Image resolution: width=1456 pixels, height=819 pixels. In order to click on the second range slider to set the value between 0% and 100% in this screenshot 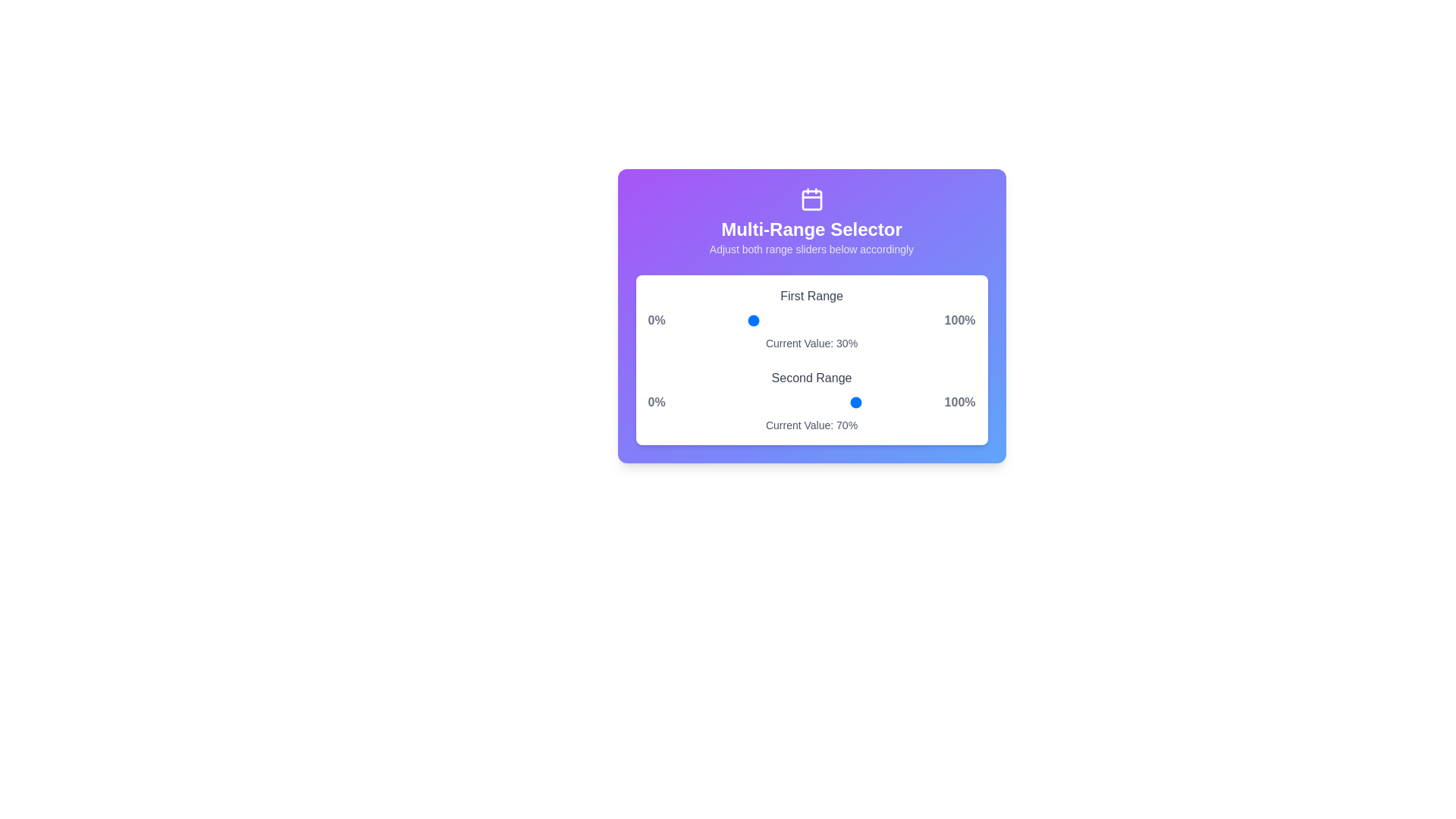, I will do `click(811, 400)`.